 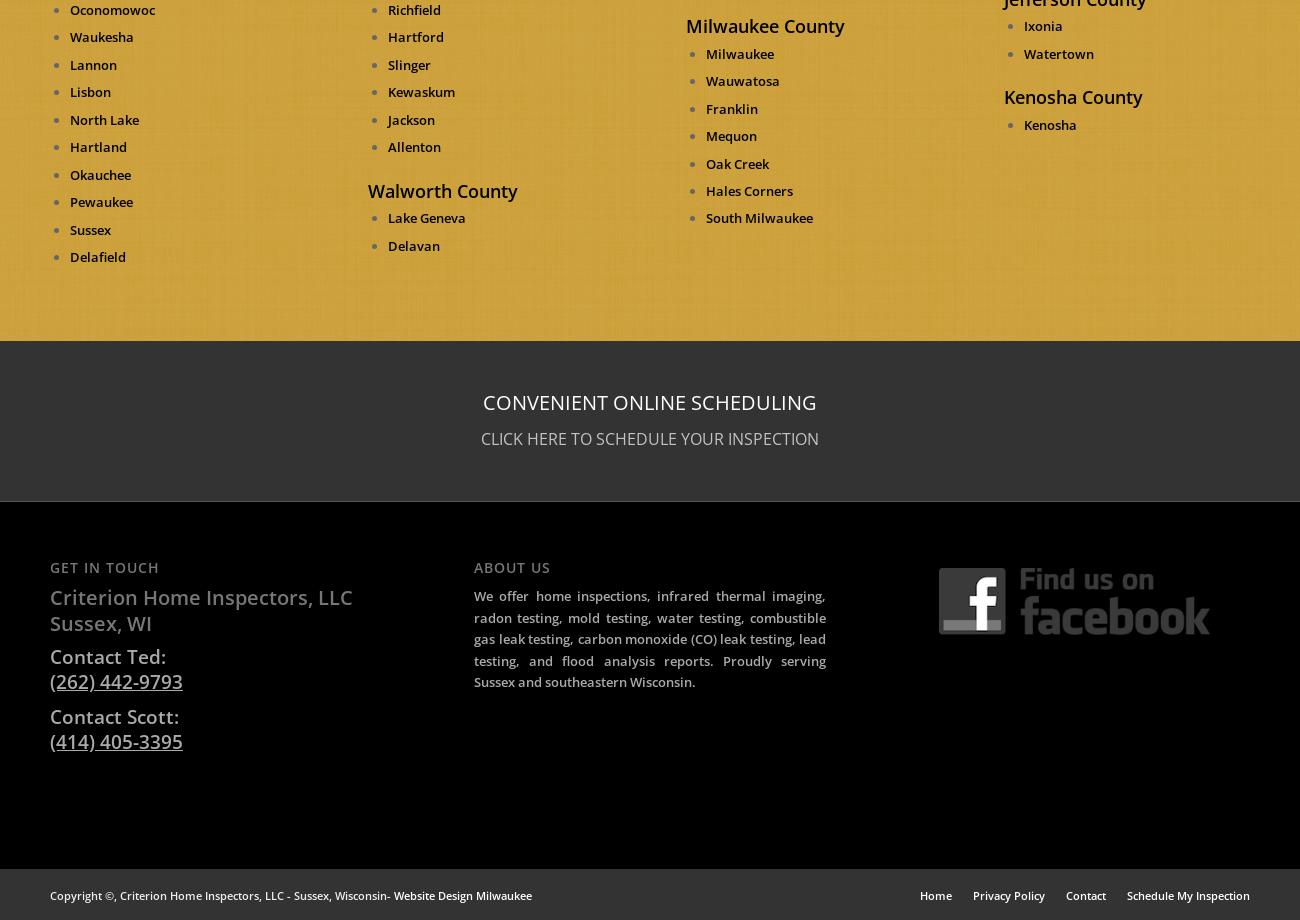 I want to click on 'Waukesha', so click(x=102, y=36).